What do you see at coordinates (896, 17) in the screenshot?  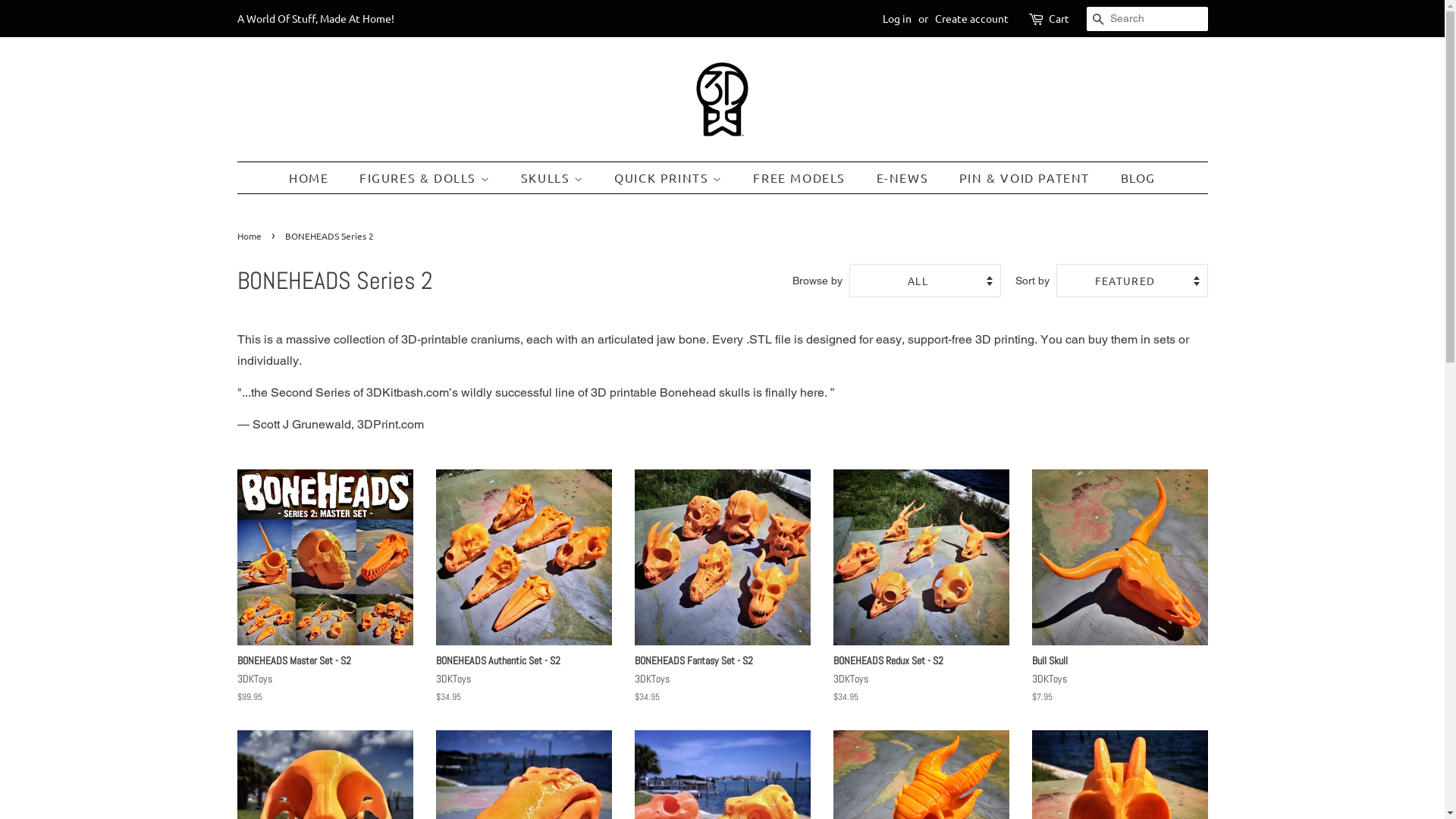 I see `'Log in'` at bounding box center [896, 17].